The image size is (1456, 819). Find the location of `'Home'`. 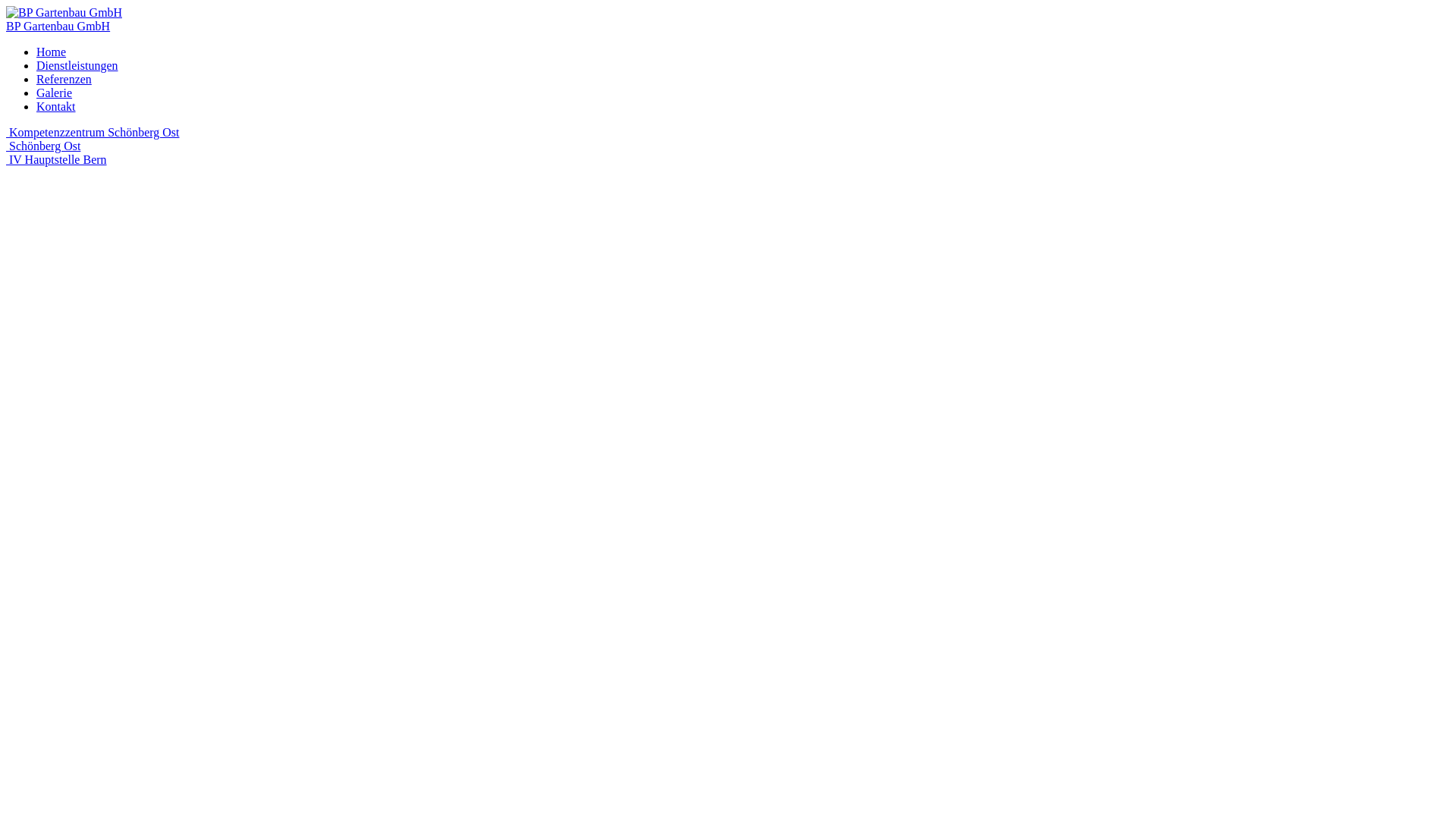

'Home' is located at coordinates (36, 51).